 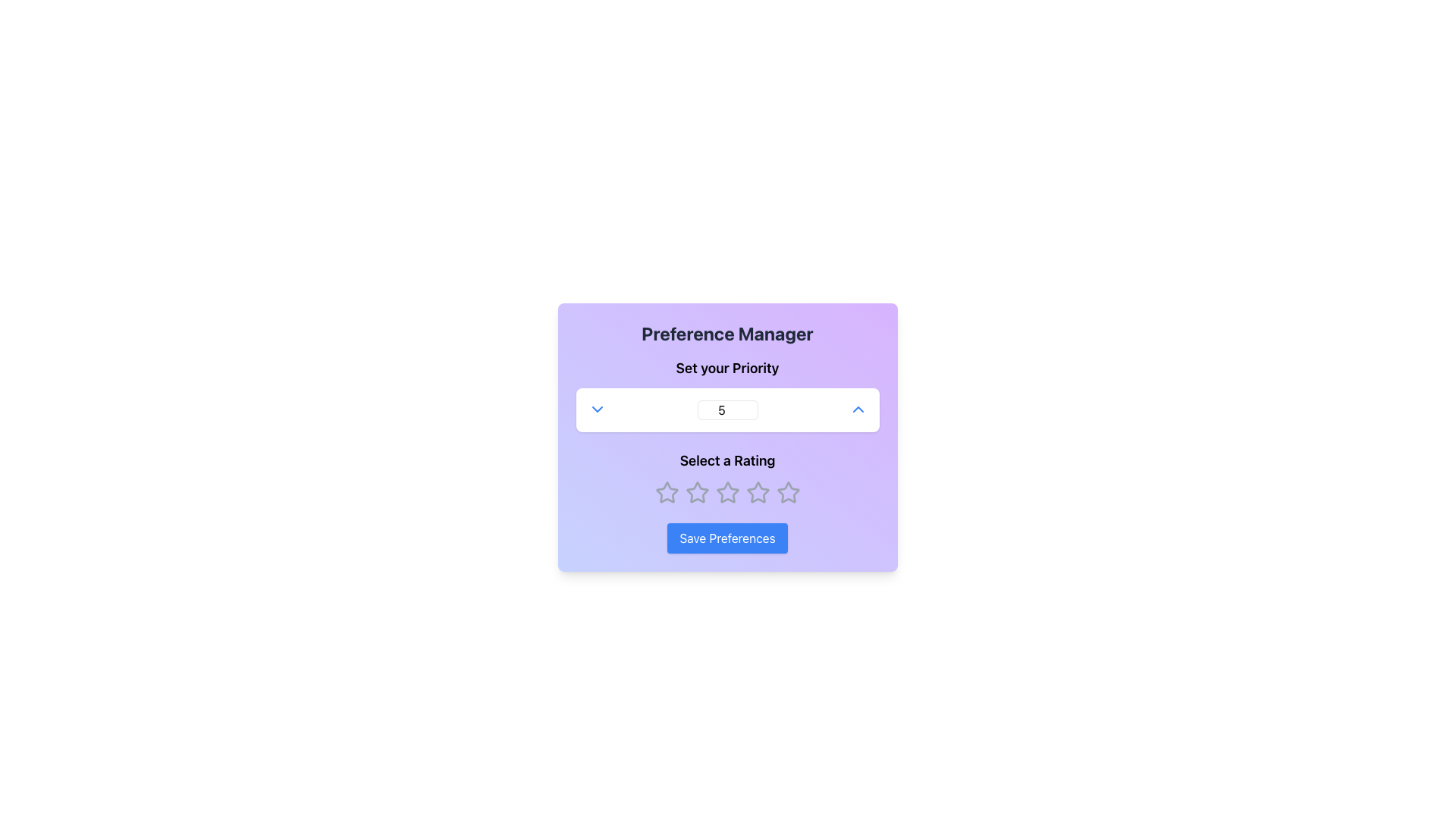 What do you see at coordinates (726, 492) in the screenshot?
I see `the third star-shaped Rating Icon below the 'Select a Rating' text to show the context menu` at bounding box center [726, 492].